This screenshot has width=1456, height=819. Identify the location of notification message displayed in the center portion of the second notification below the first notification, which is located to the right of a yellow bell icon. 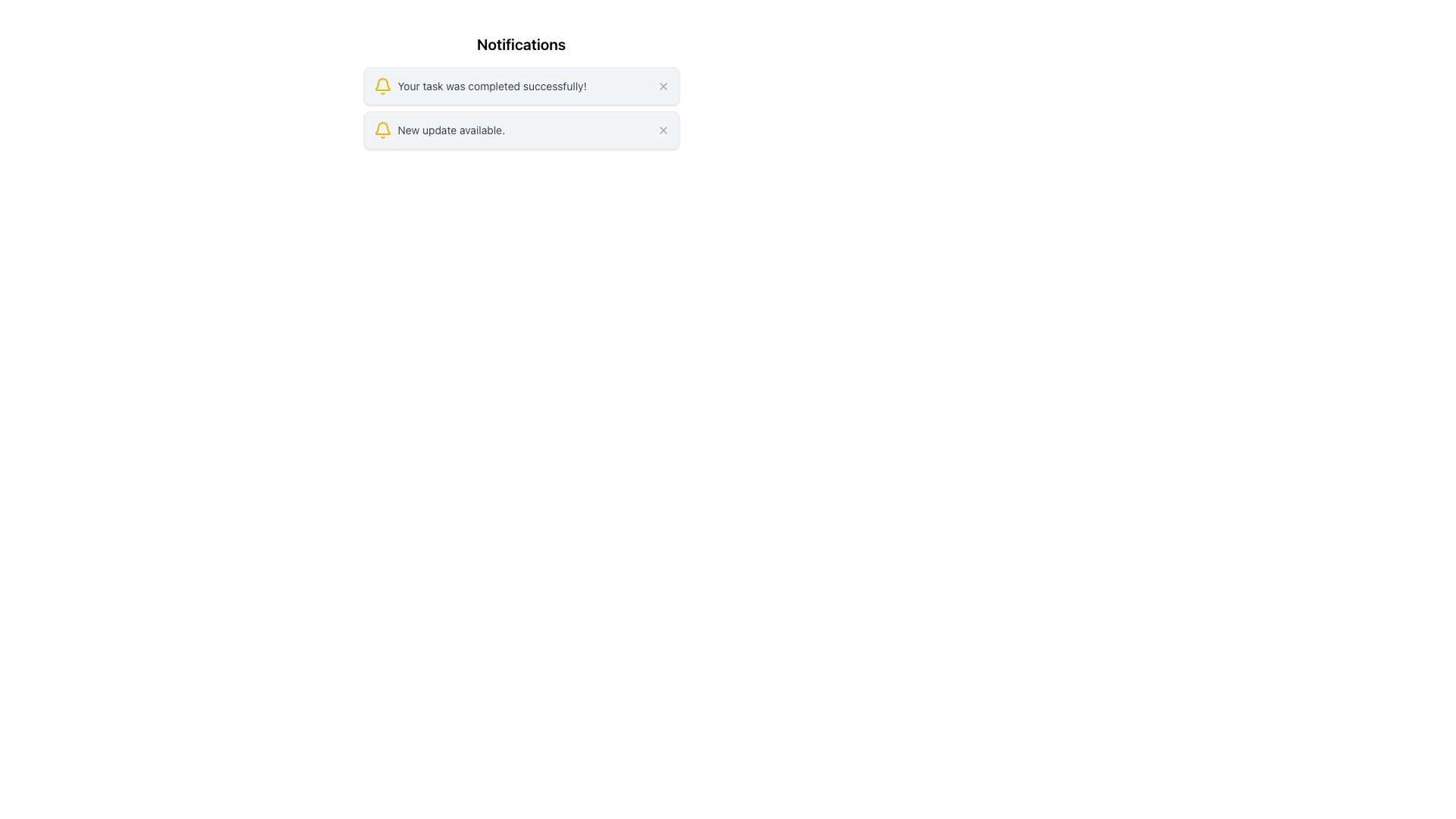
(450, 130).